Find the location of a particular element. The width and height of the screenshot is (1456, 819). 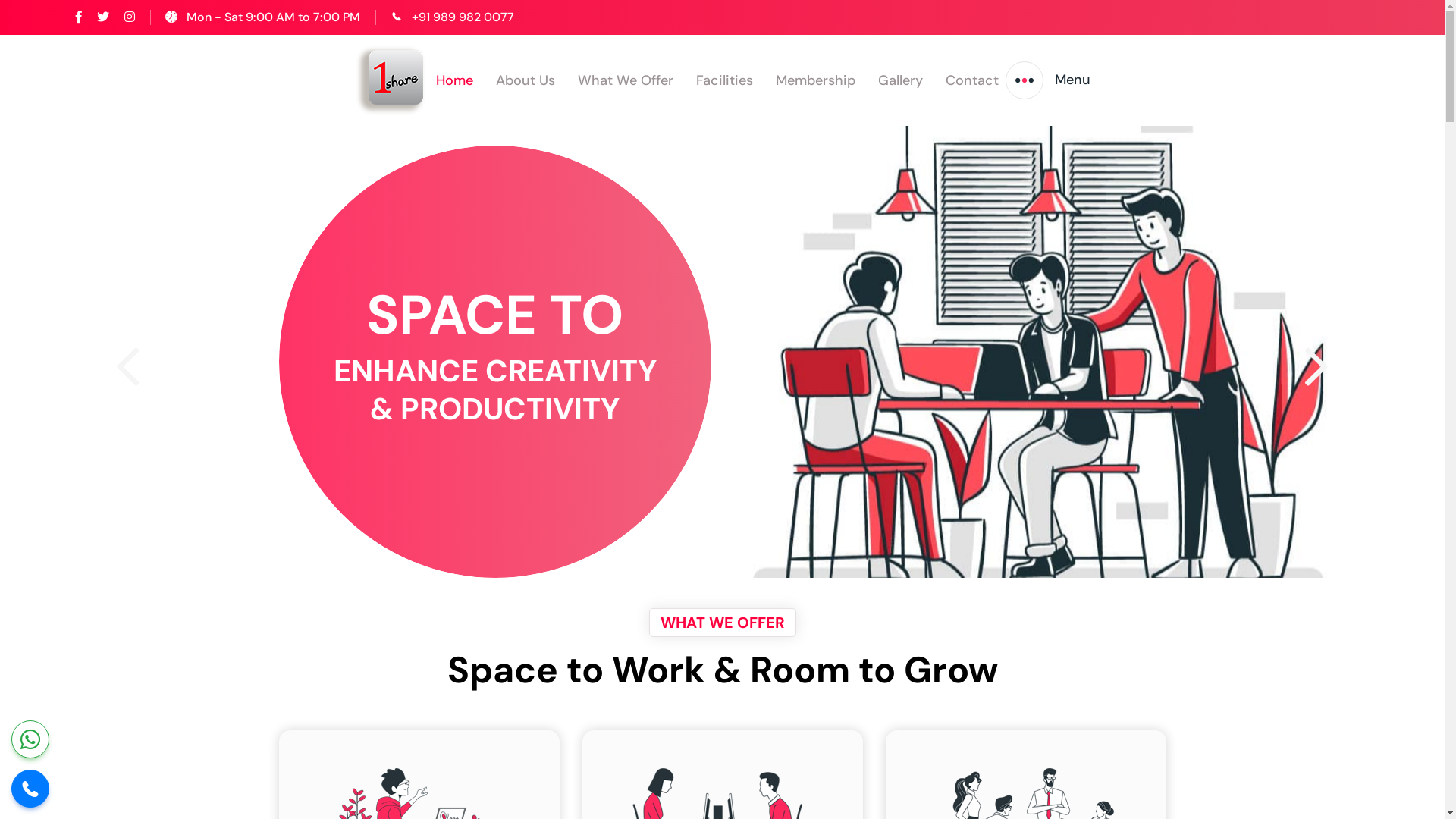

'+91 989 982 0077' is located at coordinates (462, 17).